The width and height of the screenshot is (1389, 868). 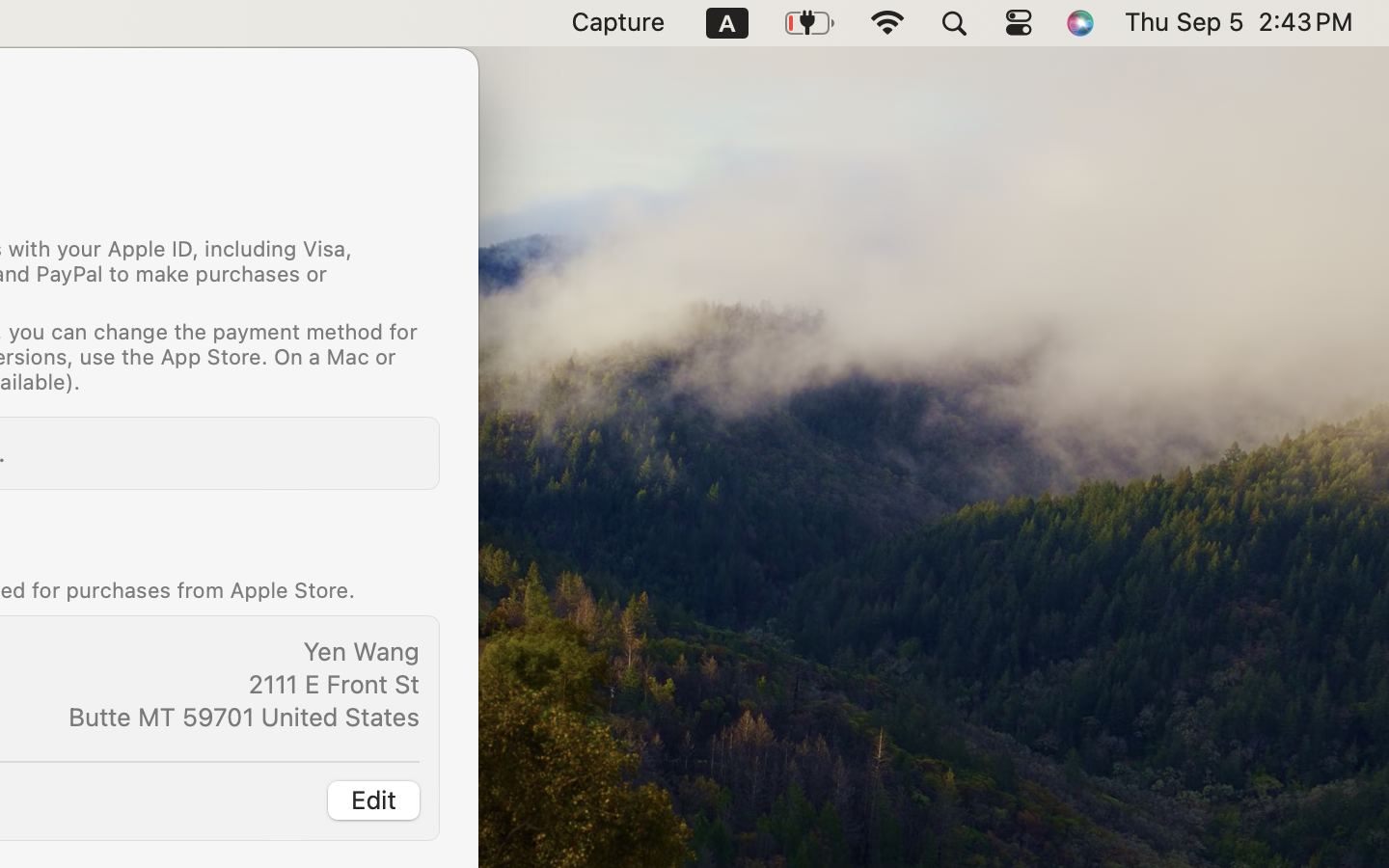 What do you see at coordinates (360, 651) in the screenshot?
I see `'Yen Wang'` at bounding box center [360, 651].